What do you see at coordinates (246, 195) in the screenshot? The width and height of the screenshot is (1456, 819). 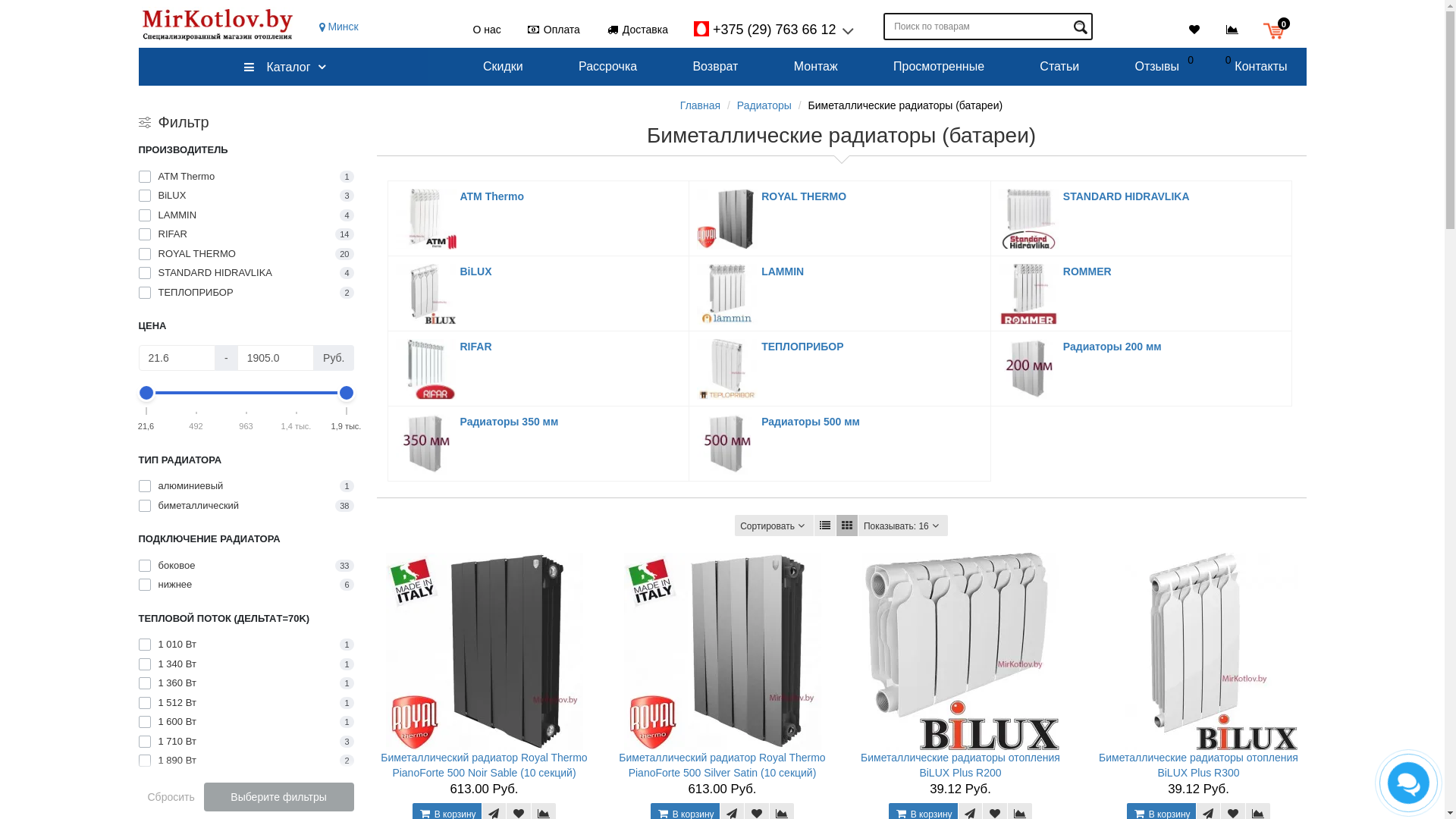 I see `'BiLUX` at bounding box center [246, 195].